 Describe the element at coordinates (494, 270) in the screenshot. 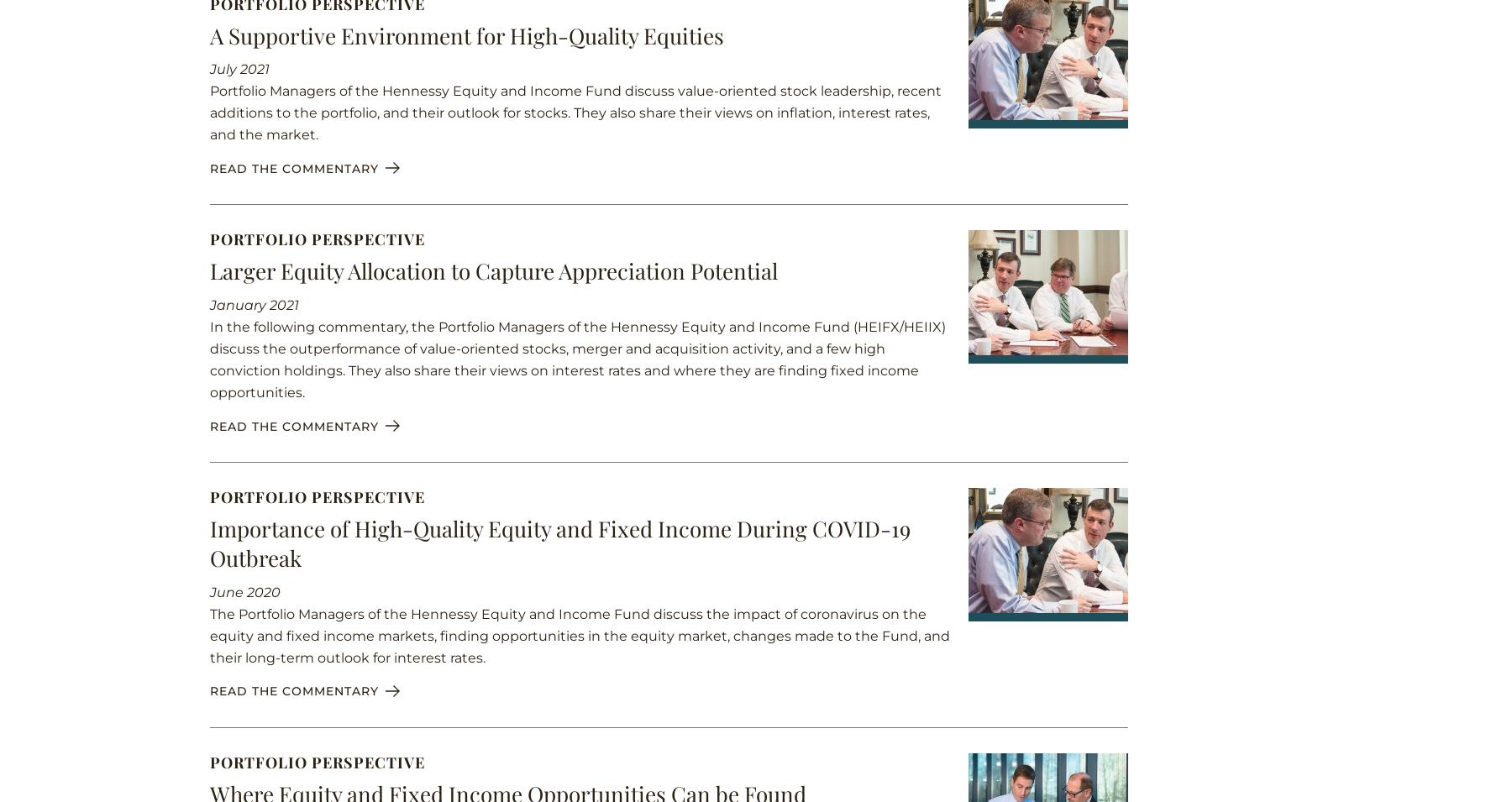

I see `'Larger Equity Allocation to Capture Appreciation Potential'` at that location.